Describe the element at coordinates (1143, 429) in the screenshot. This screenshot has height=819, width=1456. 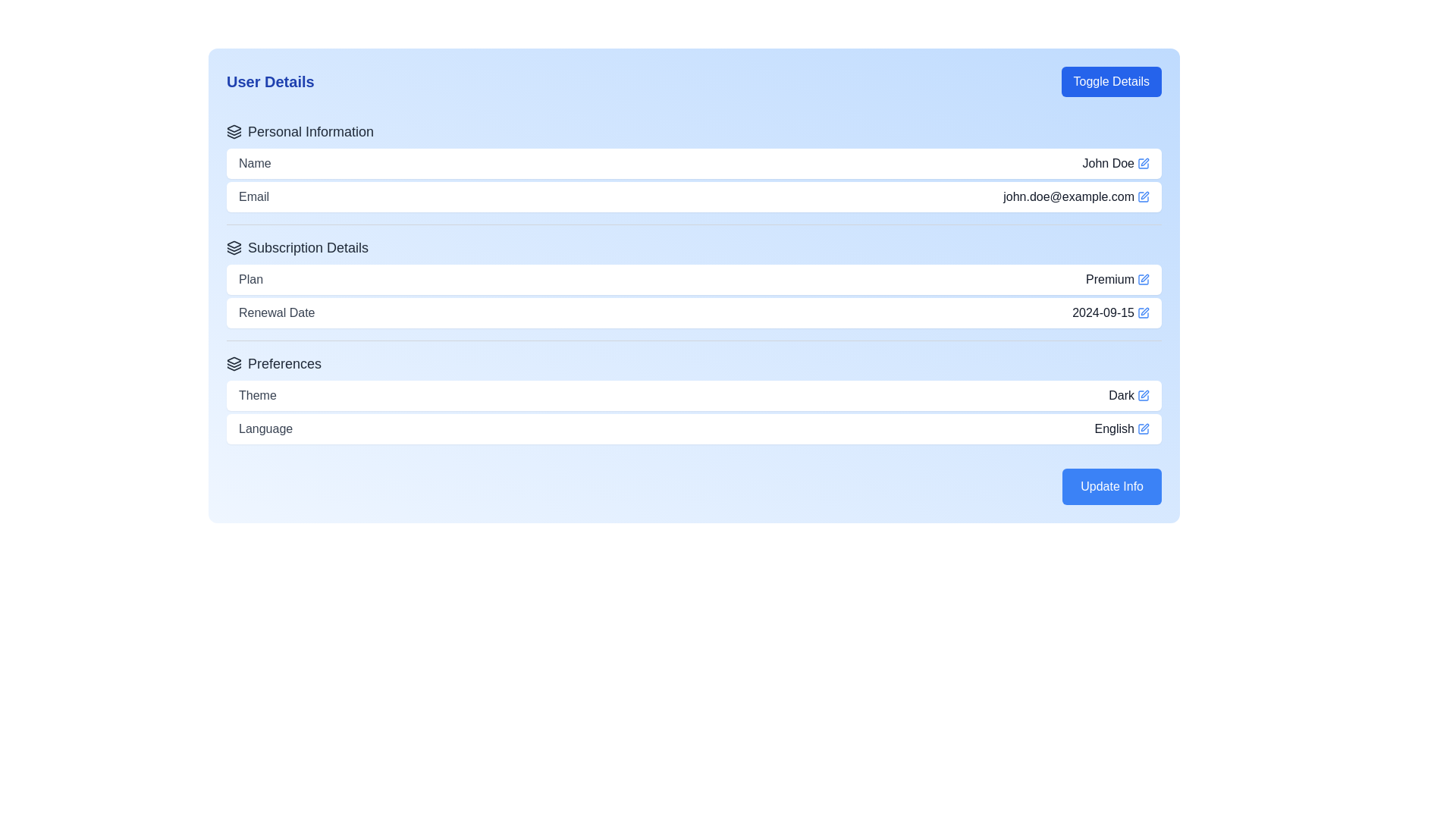
I see `the edit icon, a small square with a pen overlay, located to the right of the 'Plan' text field in the 'Subscription Details' section, beside the 'Premium' text` at that location.